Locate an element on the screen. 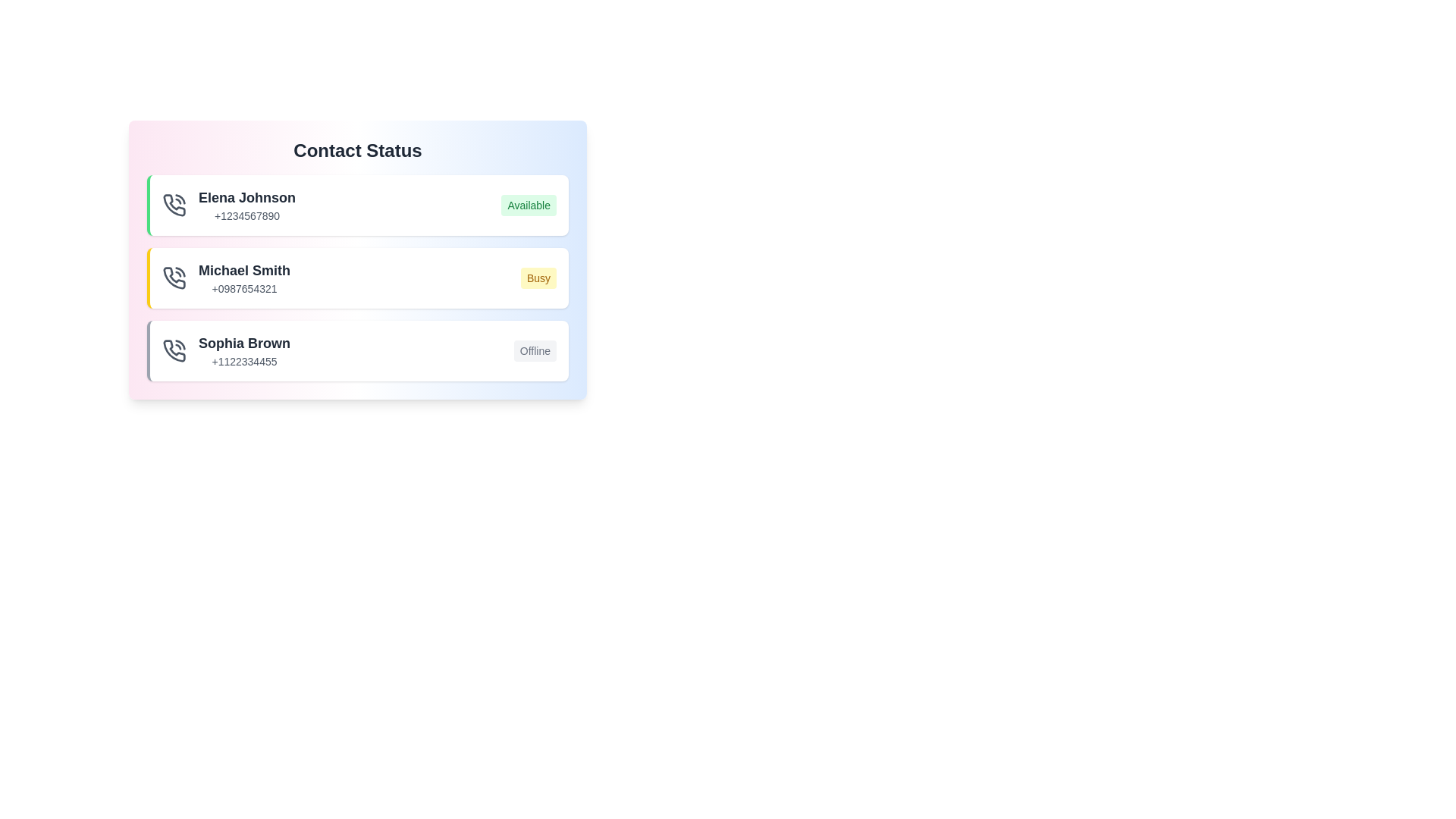  the contact named Sophia Brown to edit their details is located at coordinates (356, 350).